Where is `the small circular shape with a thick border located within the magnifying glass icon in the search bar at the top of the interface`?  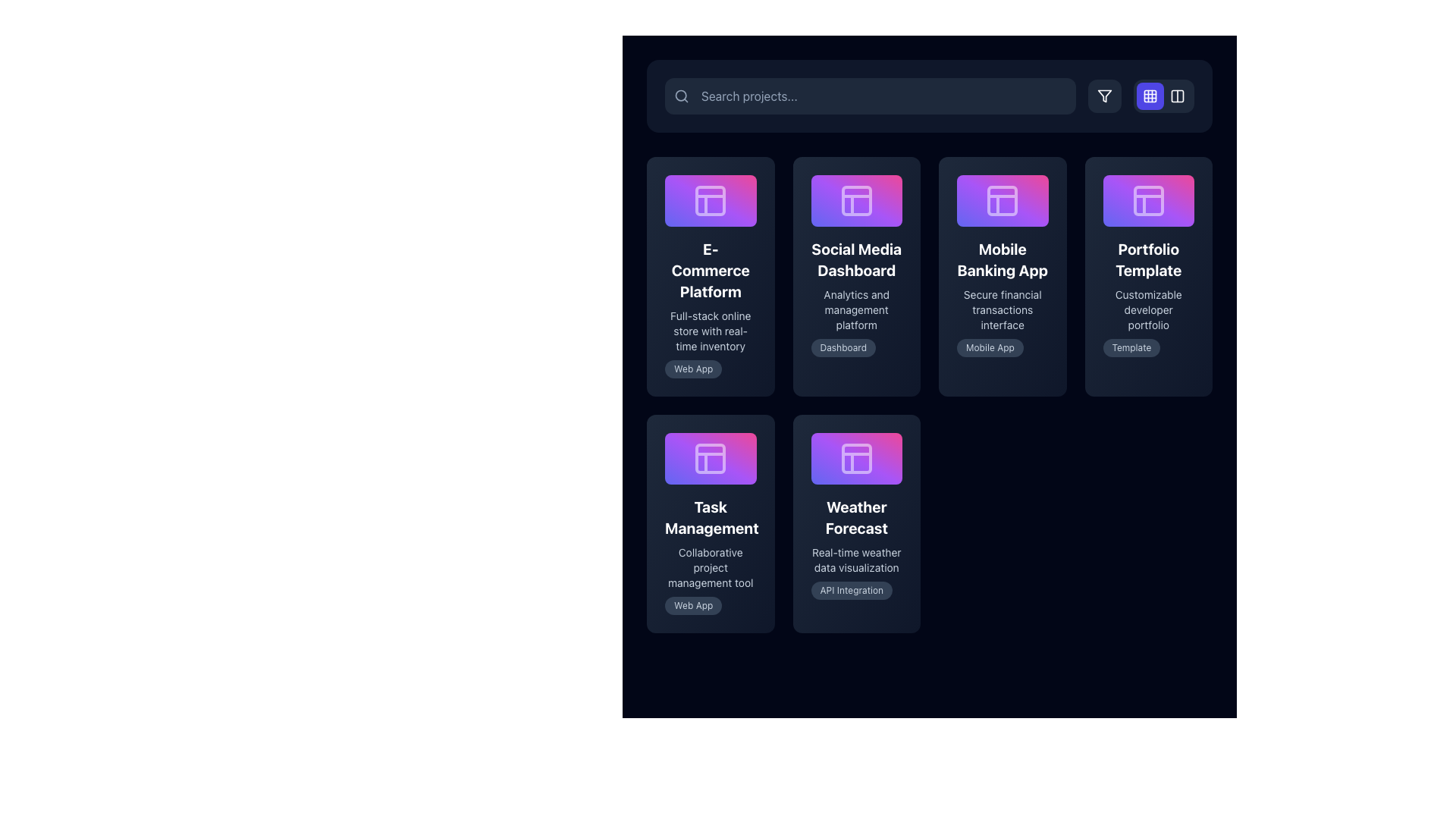
the small circular shape with a thick border located within the magnifying glass icon in the search bar at the top of the interface is located at coordinates (680, 96).